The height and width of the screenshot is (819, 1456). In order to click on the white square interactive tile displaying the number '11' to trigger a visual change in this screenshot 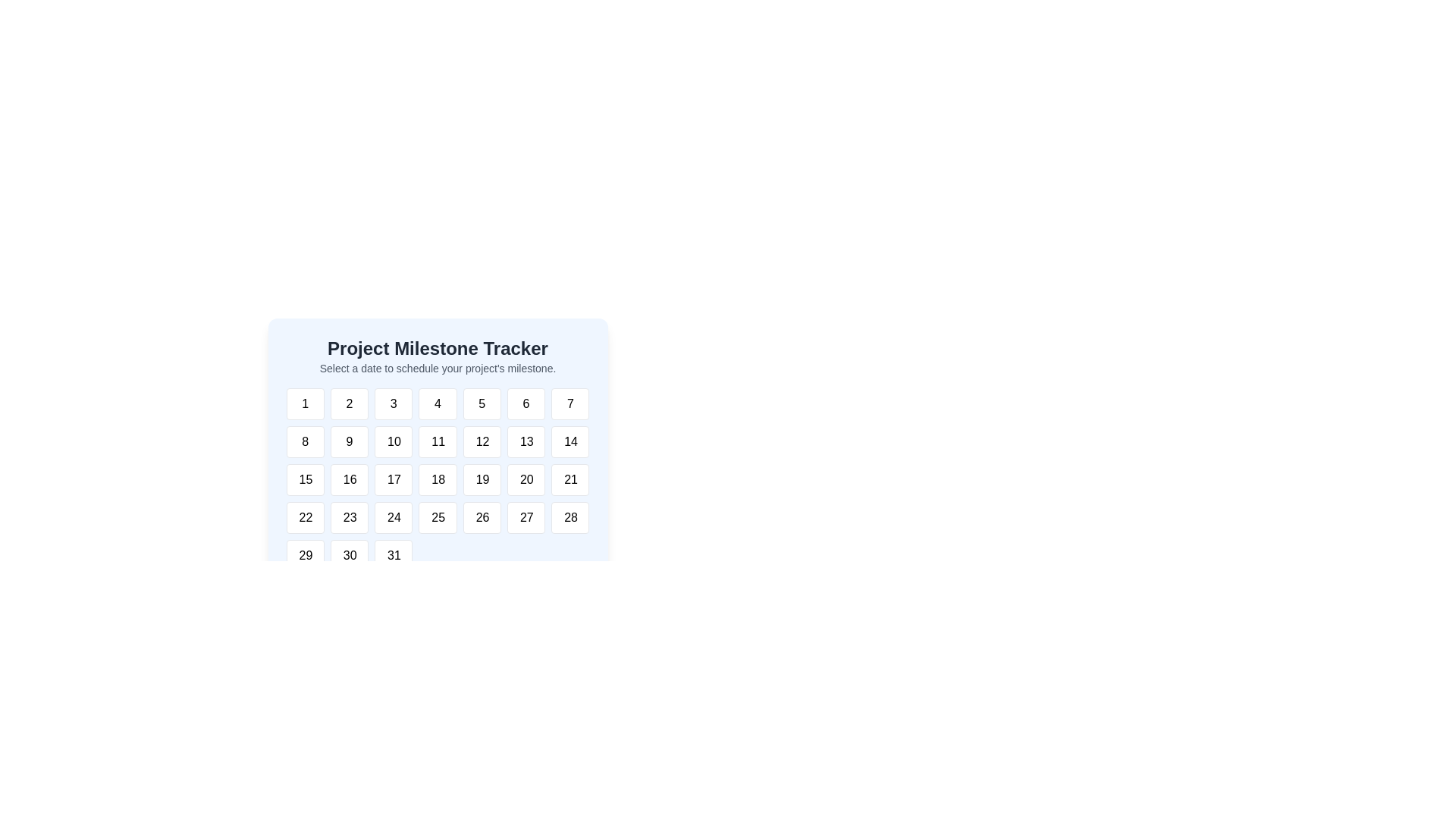, I will do `click(437, 441)`.